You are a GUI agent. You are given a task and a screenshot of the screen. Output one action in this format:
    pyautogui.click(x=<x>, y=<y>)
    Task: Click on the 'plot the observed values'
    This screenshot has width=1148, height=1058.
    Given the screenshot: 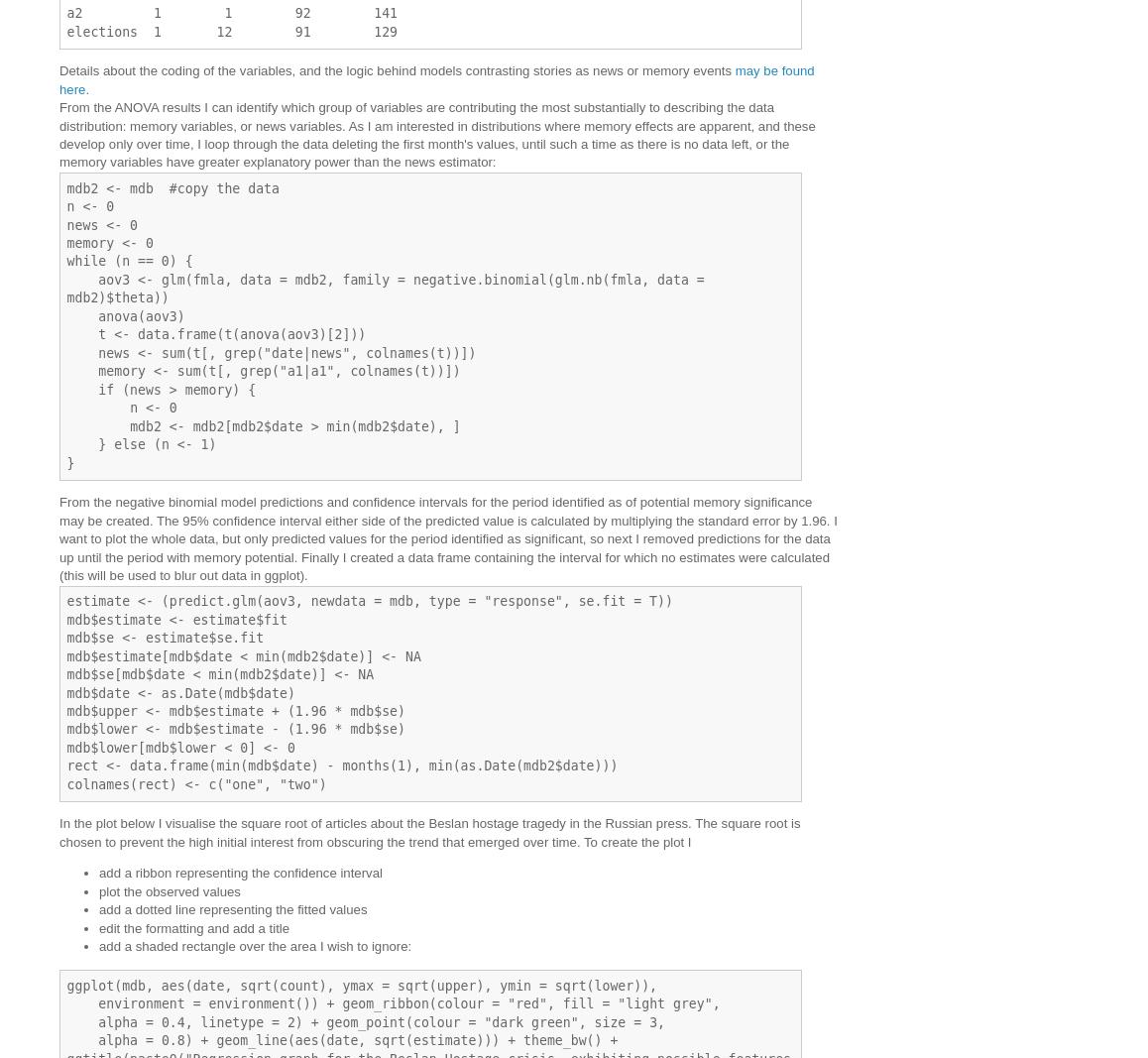 What is the action you would take?
    pyautogui.click(x=169, y=890)
    